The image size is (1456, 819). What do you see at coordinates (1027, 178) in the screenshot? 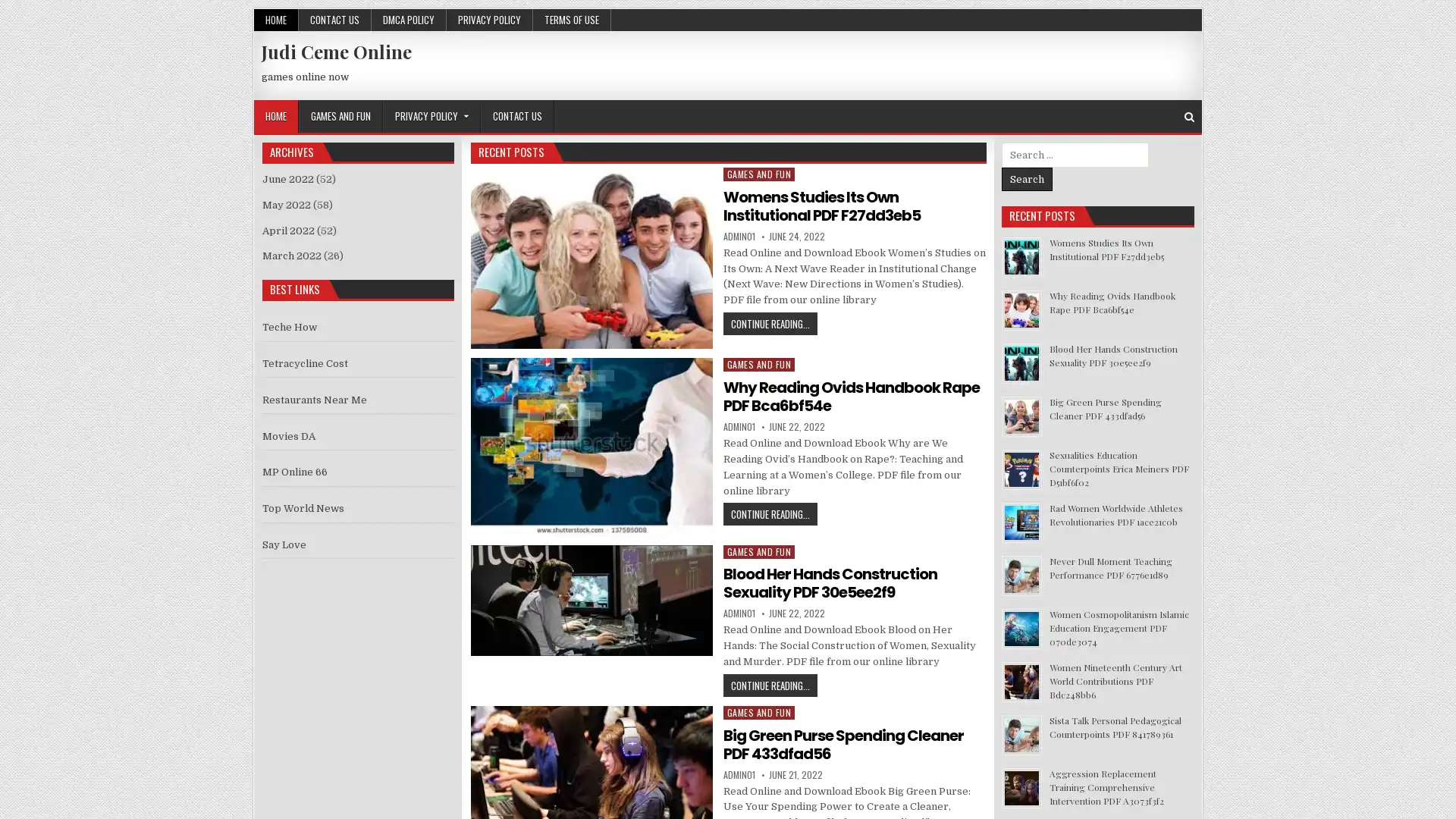
I see `Search` at bounding box center [1027, 178].